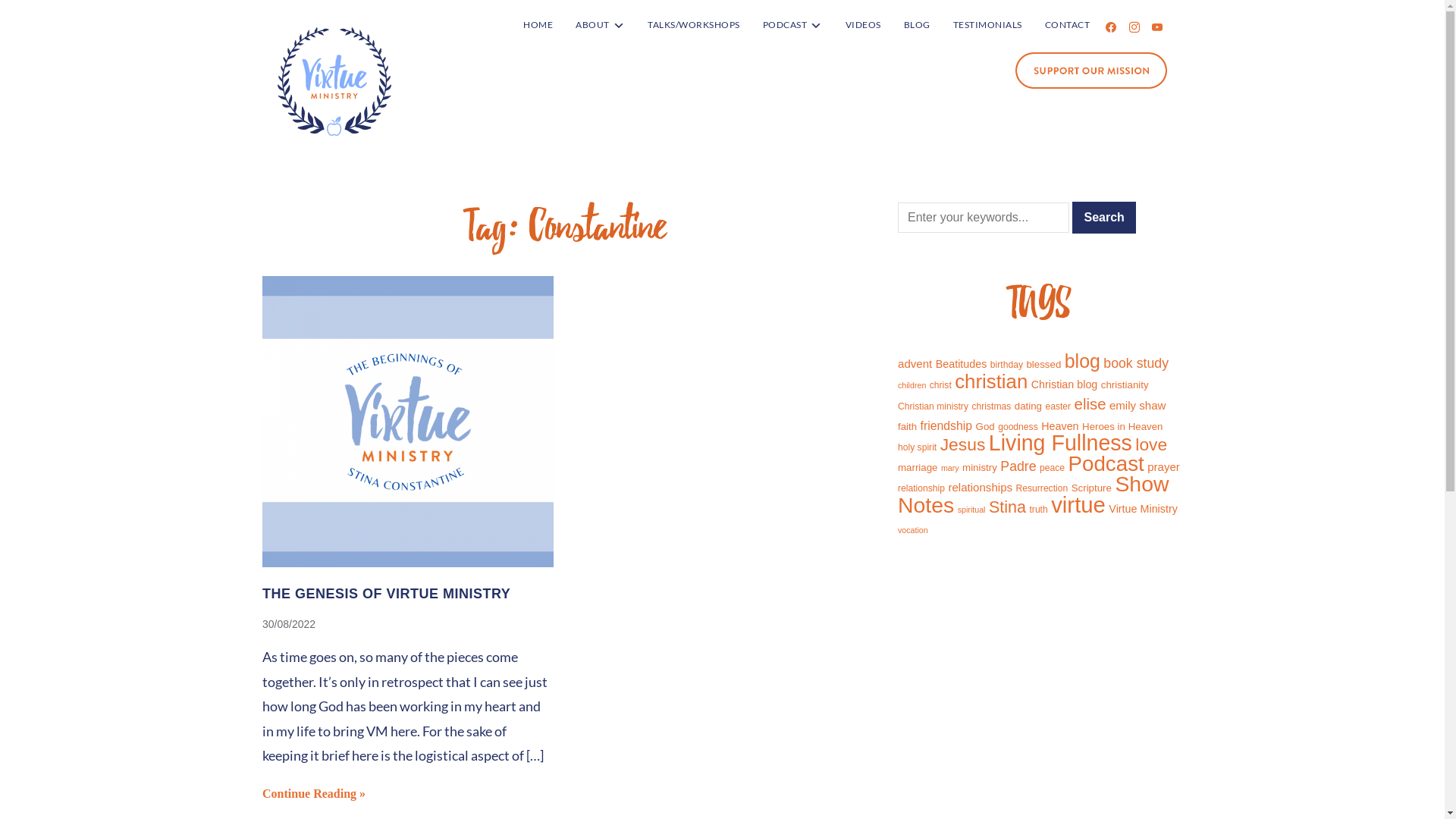  I want to click on 'Heroes in Heaven', so click(1081, 426).